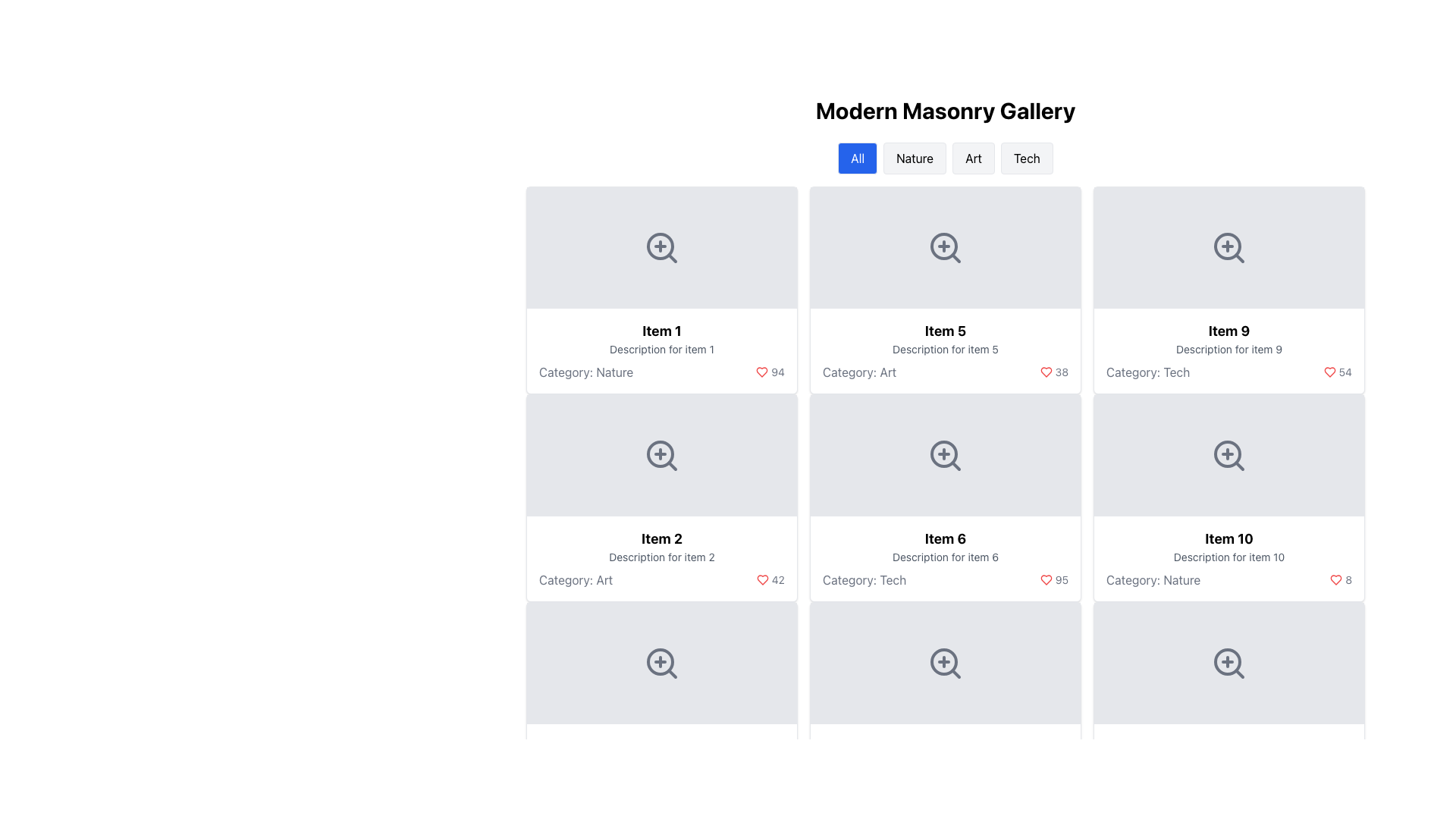 The height and width of the screenshot is (819, 1456). I want to click on the magnifying glass button represented by the diagonal line in the bottom-left grid cell corresponding to 'Item 2' in the gallery, so click(671, 673).